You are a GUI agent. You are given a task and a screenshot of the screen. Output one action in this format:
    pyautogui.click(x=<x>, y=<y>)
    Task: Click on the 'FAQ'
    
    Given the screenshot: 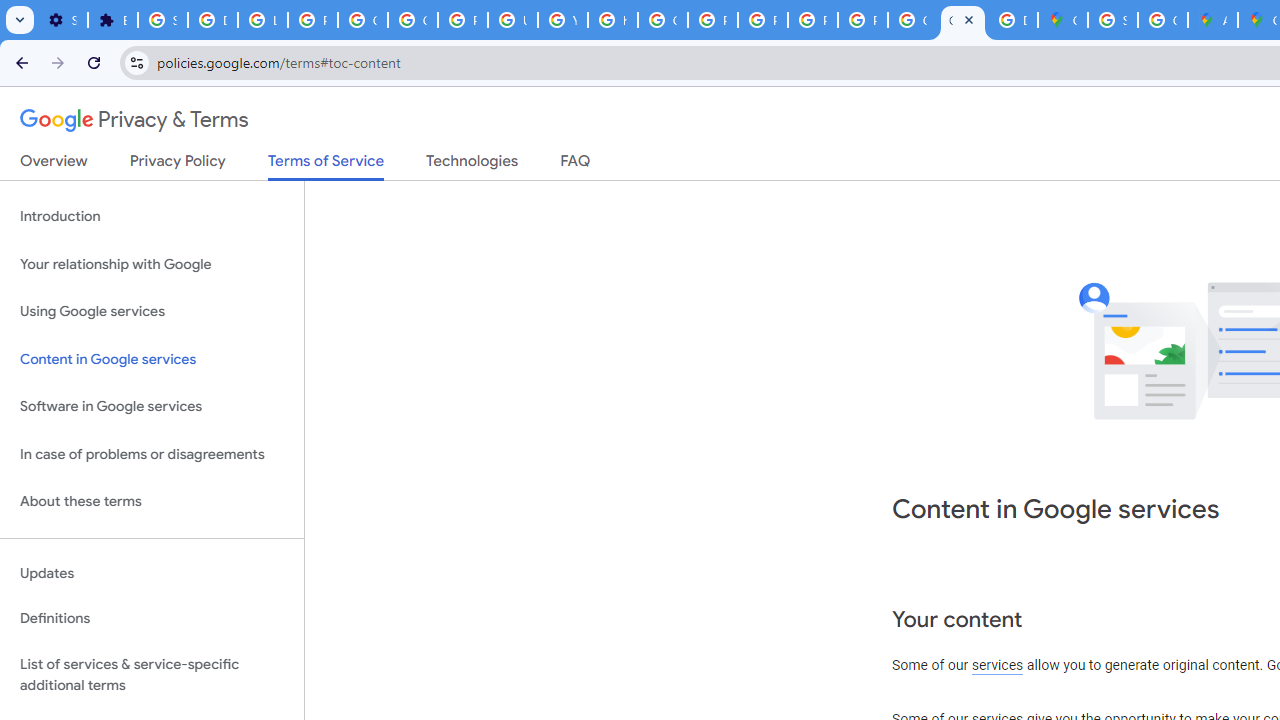 What is the action you would take?
    pyautogui.click(x=575, y=164)
    